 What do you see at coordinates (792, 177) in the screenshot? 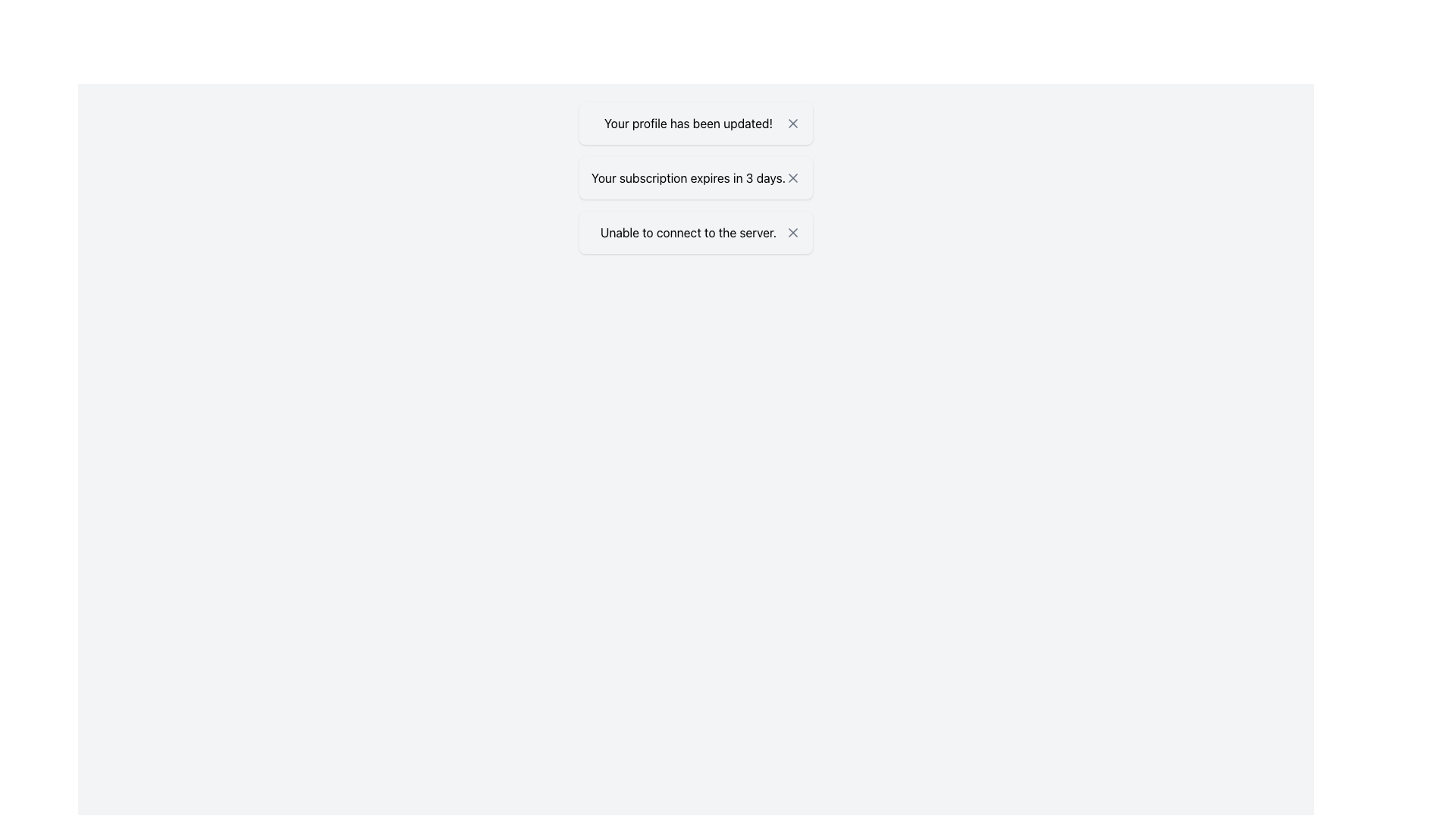
I see `the close button of the second notification box that contains the message 'Your subscription expires in 3 days.'` at bounding box center [792, 177].